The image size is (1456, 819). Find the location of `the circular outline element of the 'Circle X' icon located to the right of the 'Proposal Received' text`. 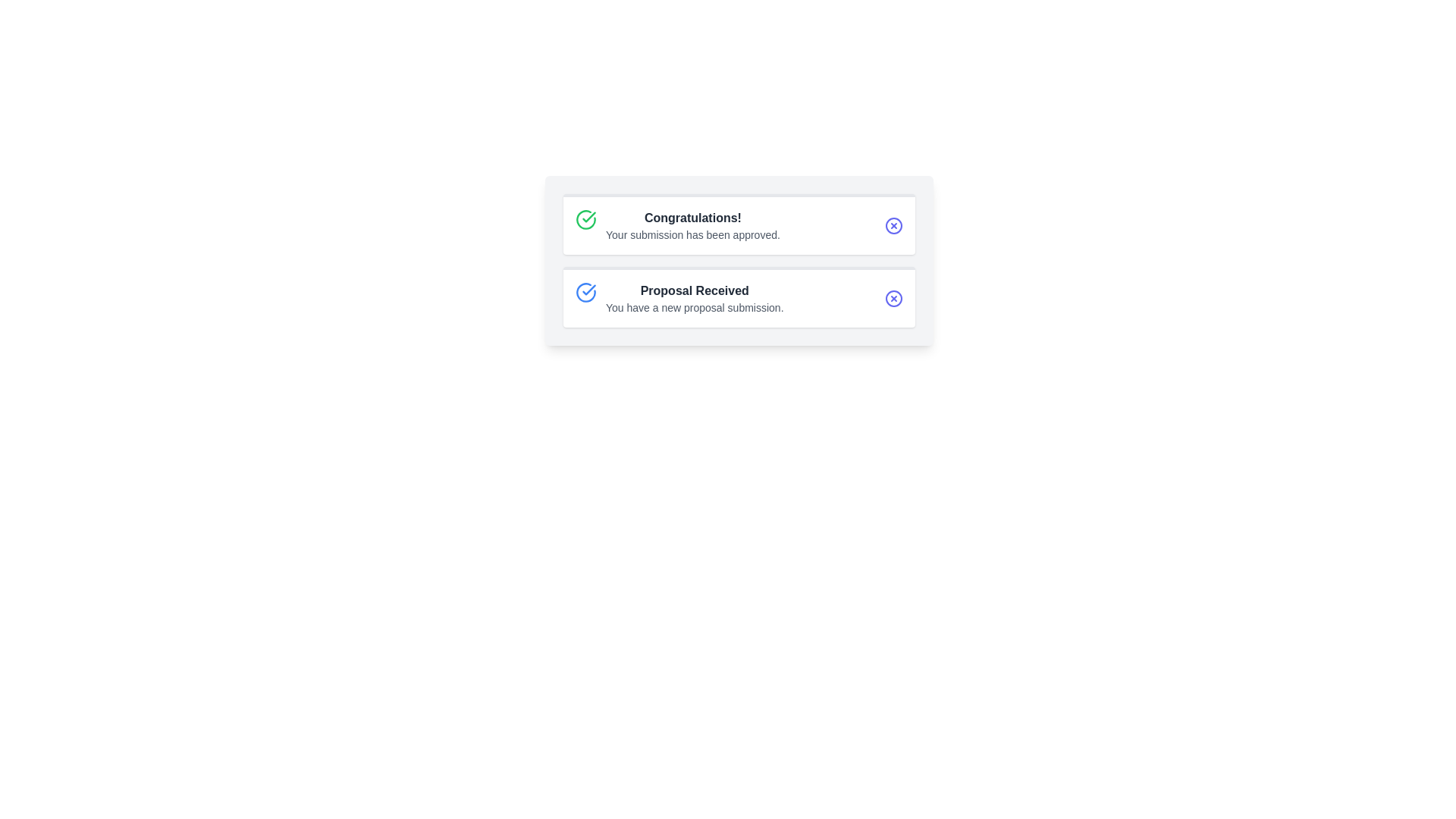

the circular outline element of the 'Circle X' icon located to the right of the 'Proposal Received' text is located at coordinates (894, 298).